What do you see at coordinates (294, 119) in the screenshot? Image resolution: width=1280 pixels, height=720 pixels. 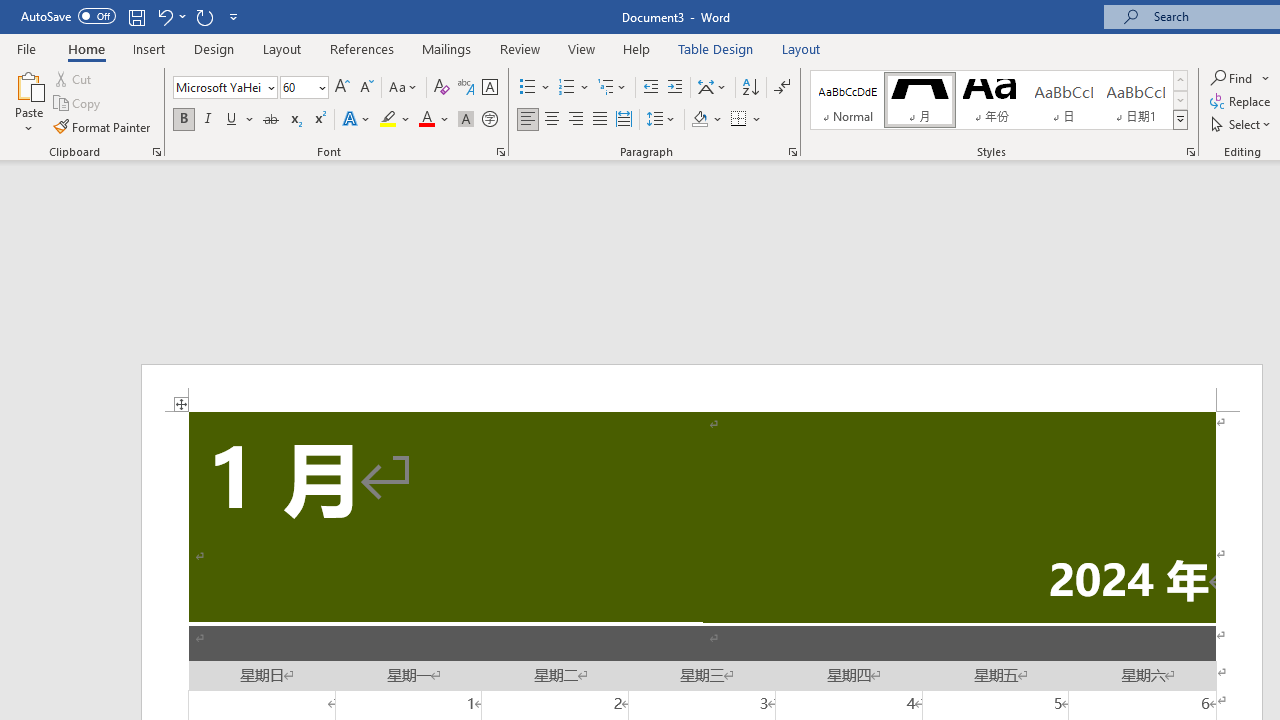 I see `'Subscript'` at bounding box center [294, 119].